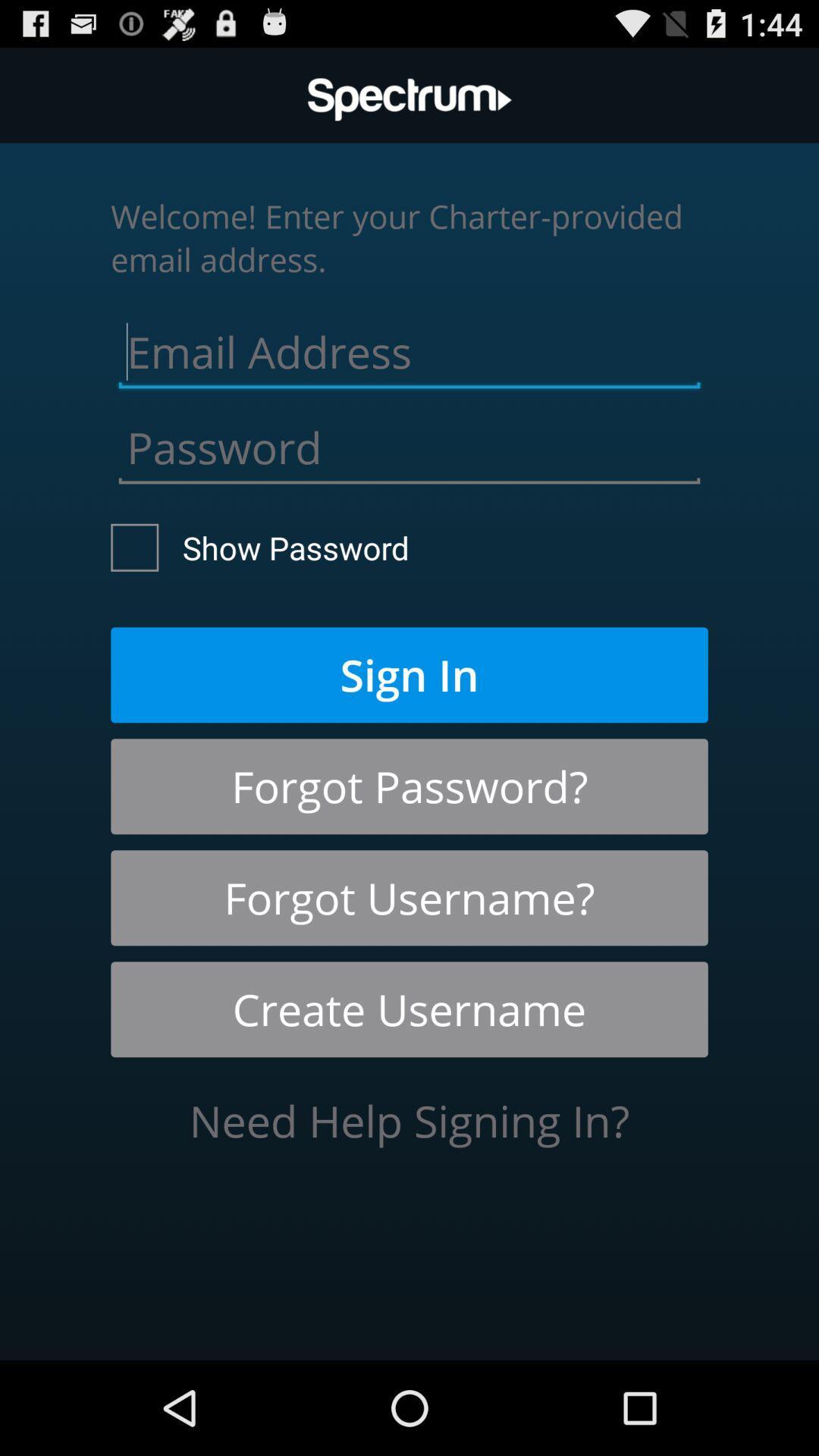 Image resolution: width=819 pixels, height=1456 pixels. What do you see at coordinates (409, 347) in the screenshot?
I see `email address` at bounding box center [409, 347].